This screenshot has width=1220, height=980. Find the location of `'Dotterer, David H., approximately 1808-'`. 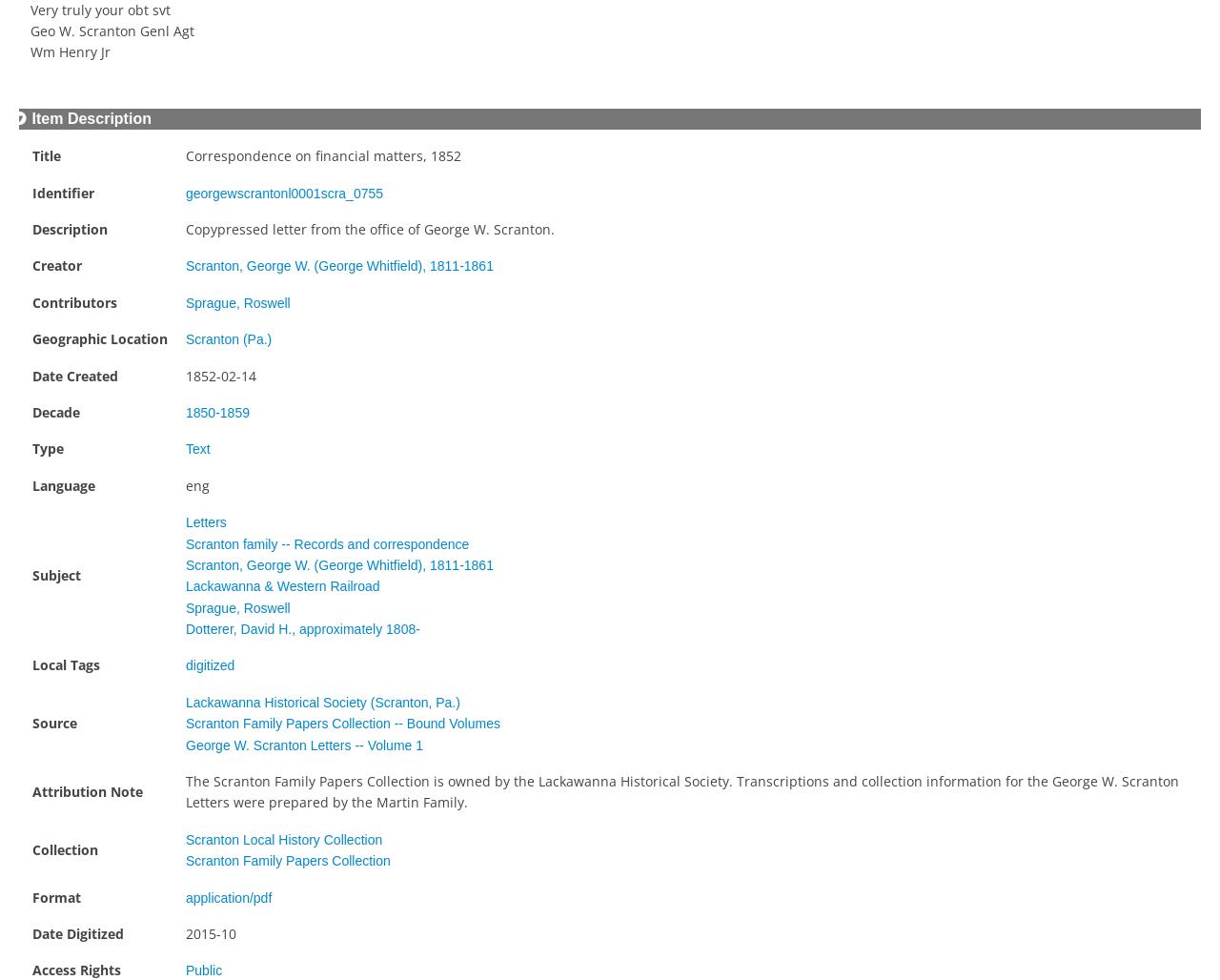

'Dotterer, David H., approximately 1808-' is located at coordinates (301, 628).